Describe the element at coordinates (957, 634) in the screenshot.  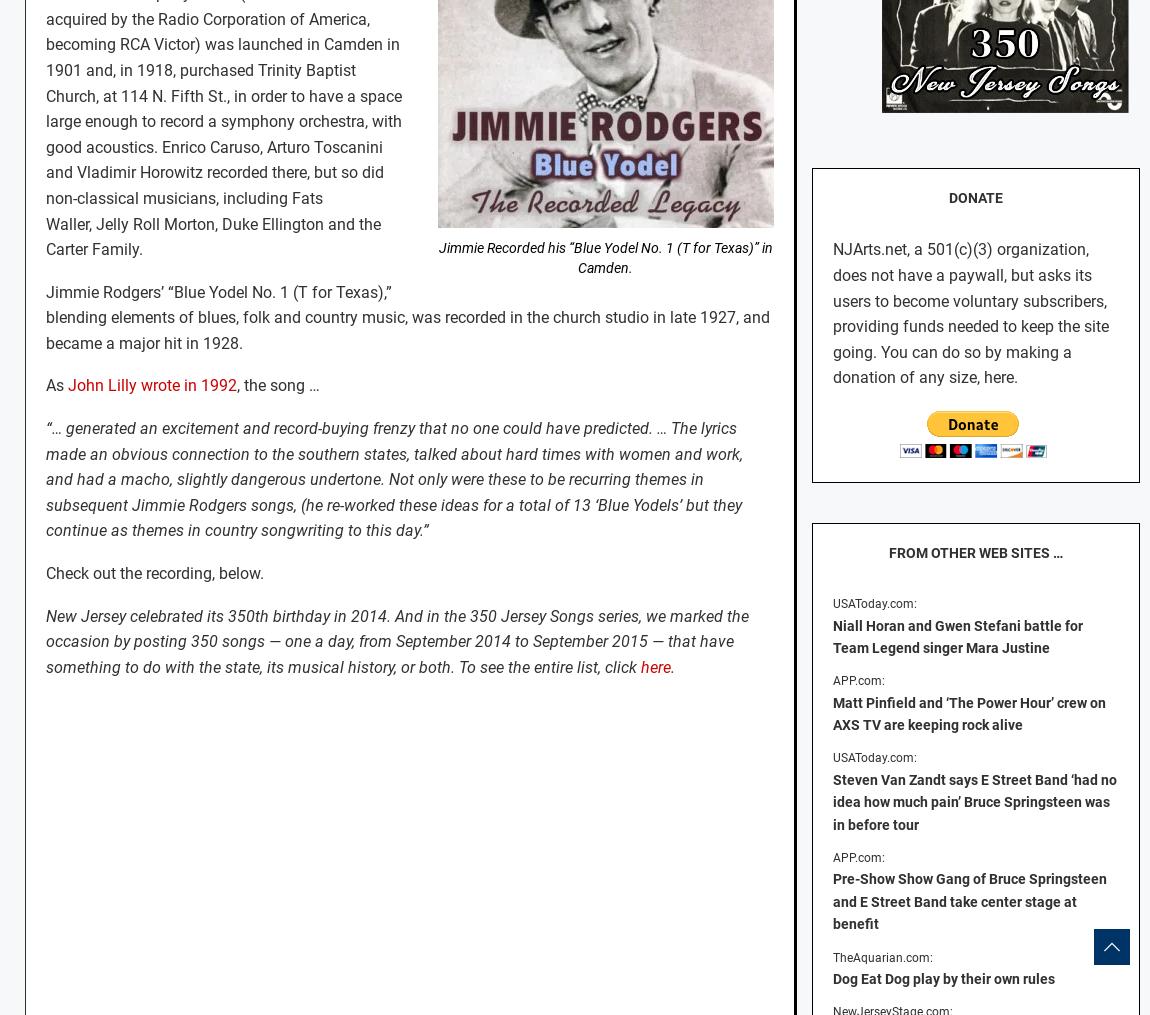
I see `'Niall Horan and Gwen Stefani battle for Team Legend singer Mara Justine'` at that location.